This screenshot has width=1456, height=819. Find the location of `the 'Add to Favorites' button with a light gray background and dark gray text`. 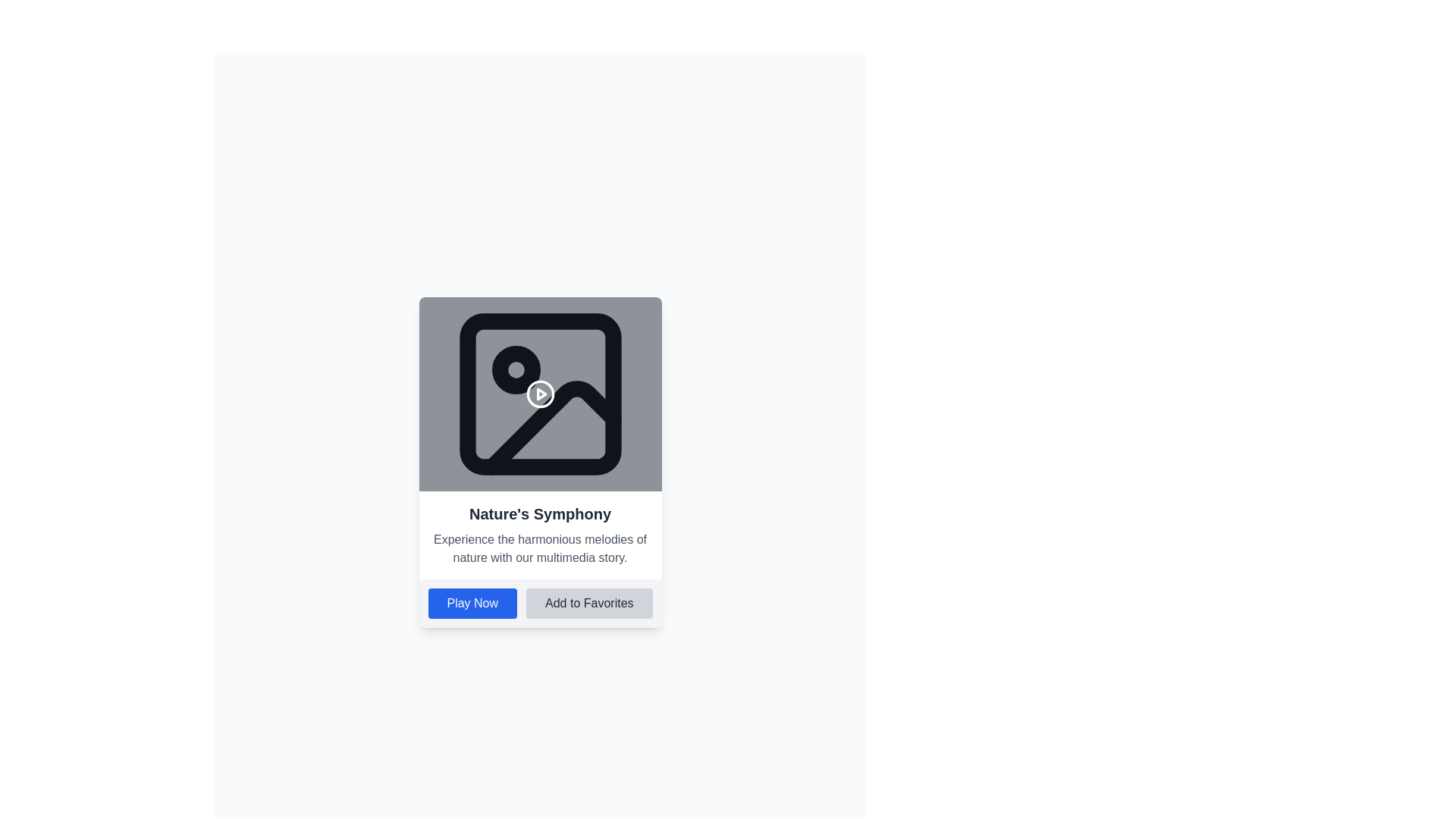

the 'Add to Favorites' button with a light gray background and dark gray text is located at coordinates (588, 602).